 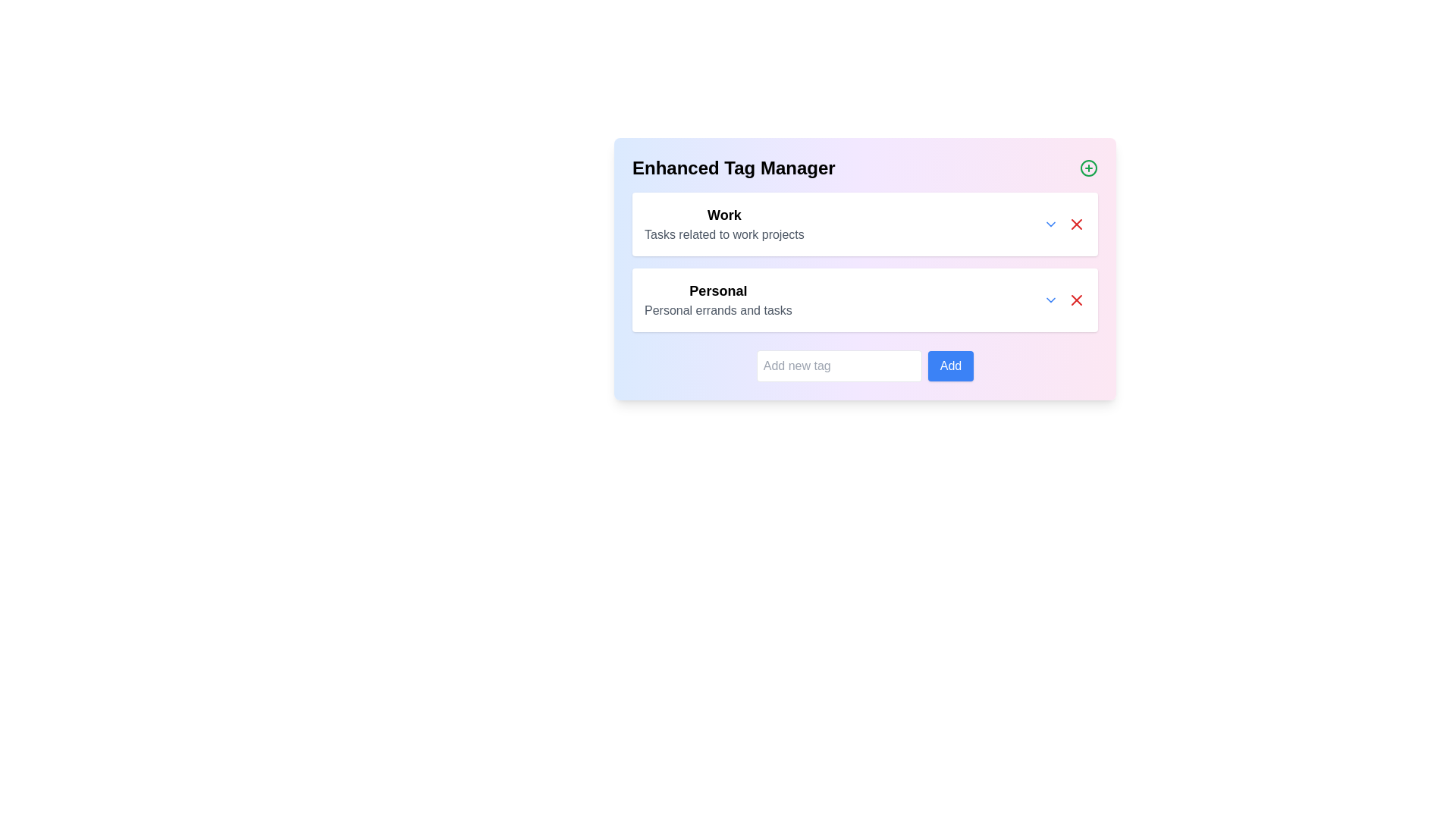 What do you see at coordinates (865, 268) in the screenshot?
I see `the input fields of the 'Enhanced Tag Manager' panel, which is a gradient blue to pink box with rounded corners and a shadow effect located in the center of the viewport` at bounding box center [865, 268].